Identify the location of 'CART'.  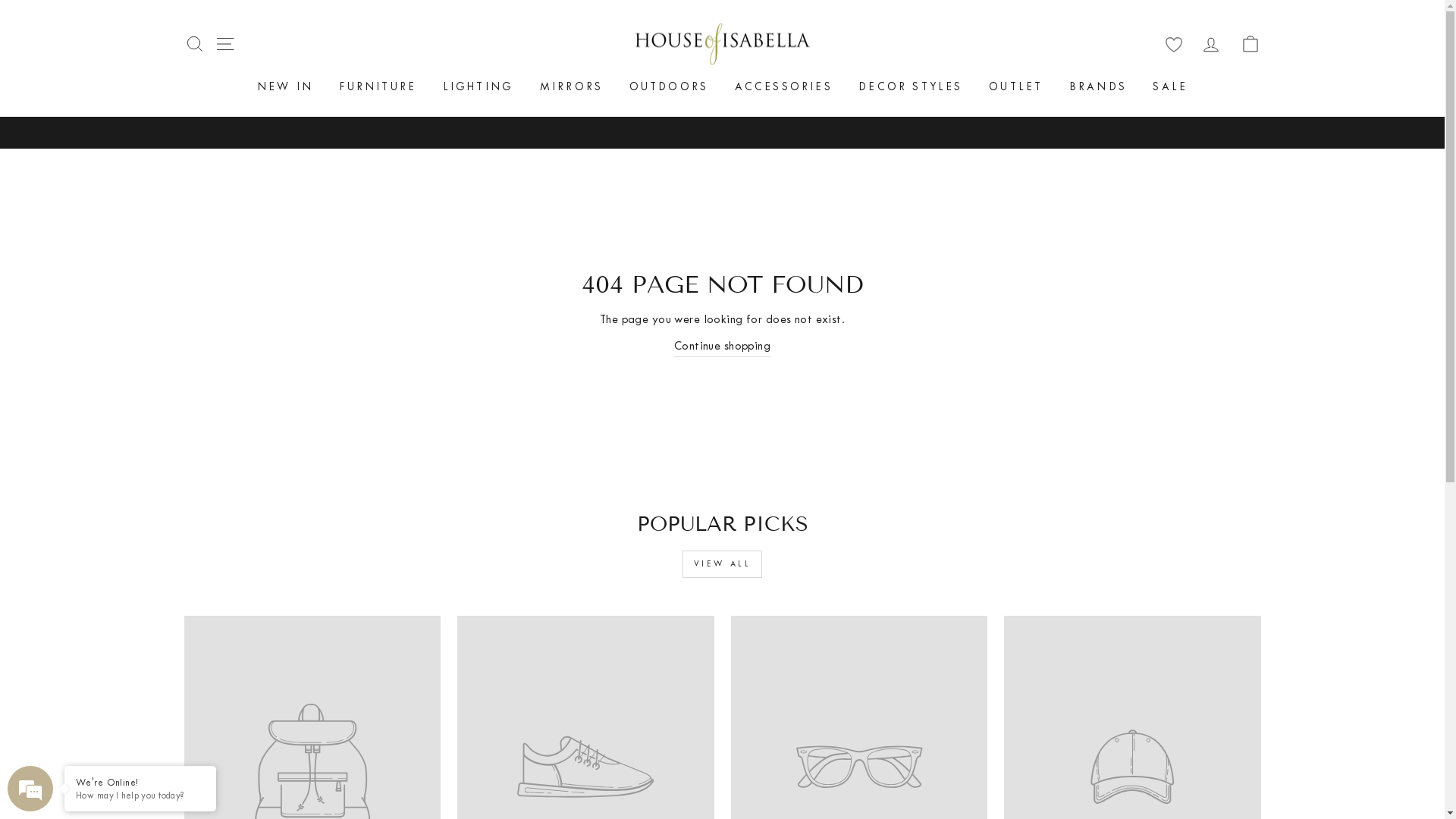
(1230, 42).